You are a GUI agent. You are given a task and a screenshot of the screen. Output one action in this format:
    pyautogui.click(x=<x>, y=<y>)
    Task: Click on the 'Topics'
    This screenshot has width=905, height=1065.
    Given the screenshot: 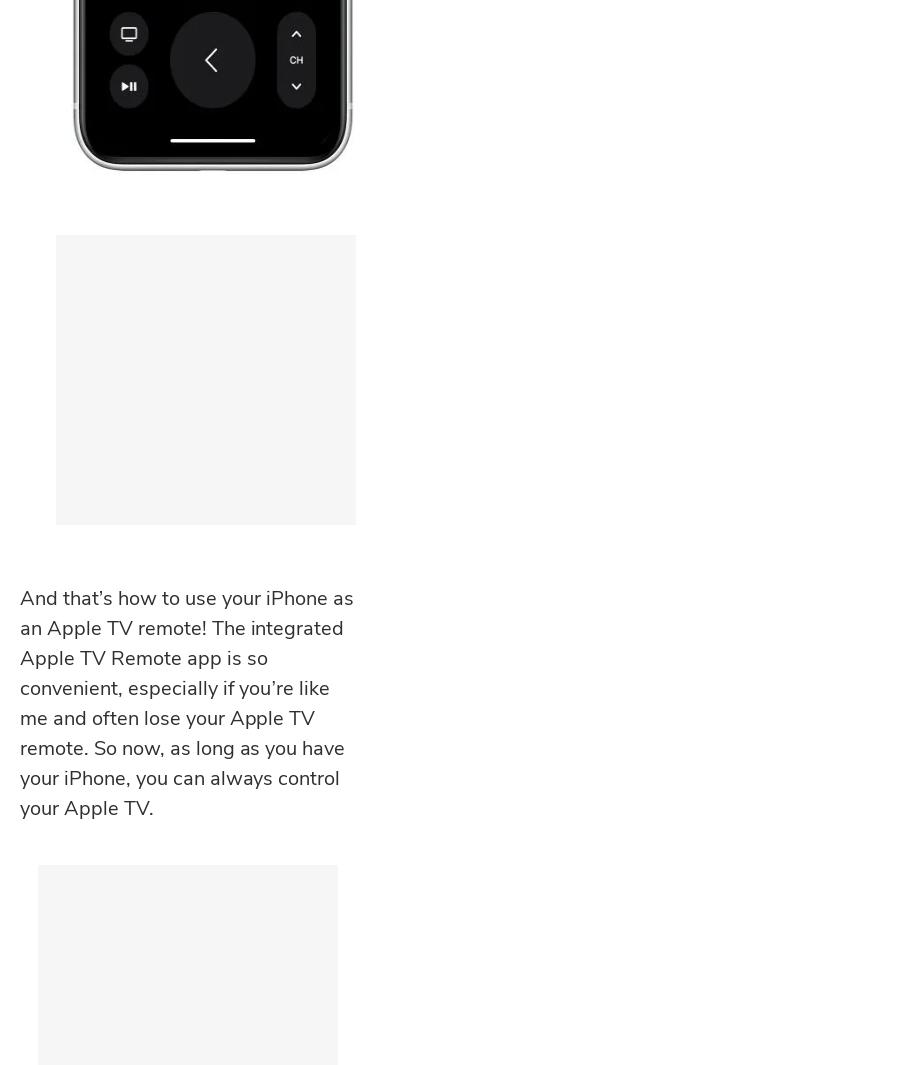 What is the action you would take?
    pyautogui.click(x=48, y=802)
    